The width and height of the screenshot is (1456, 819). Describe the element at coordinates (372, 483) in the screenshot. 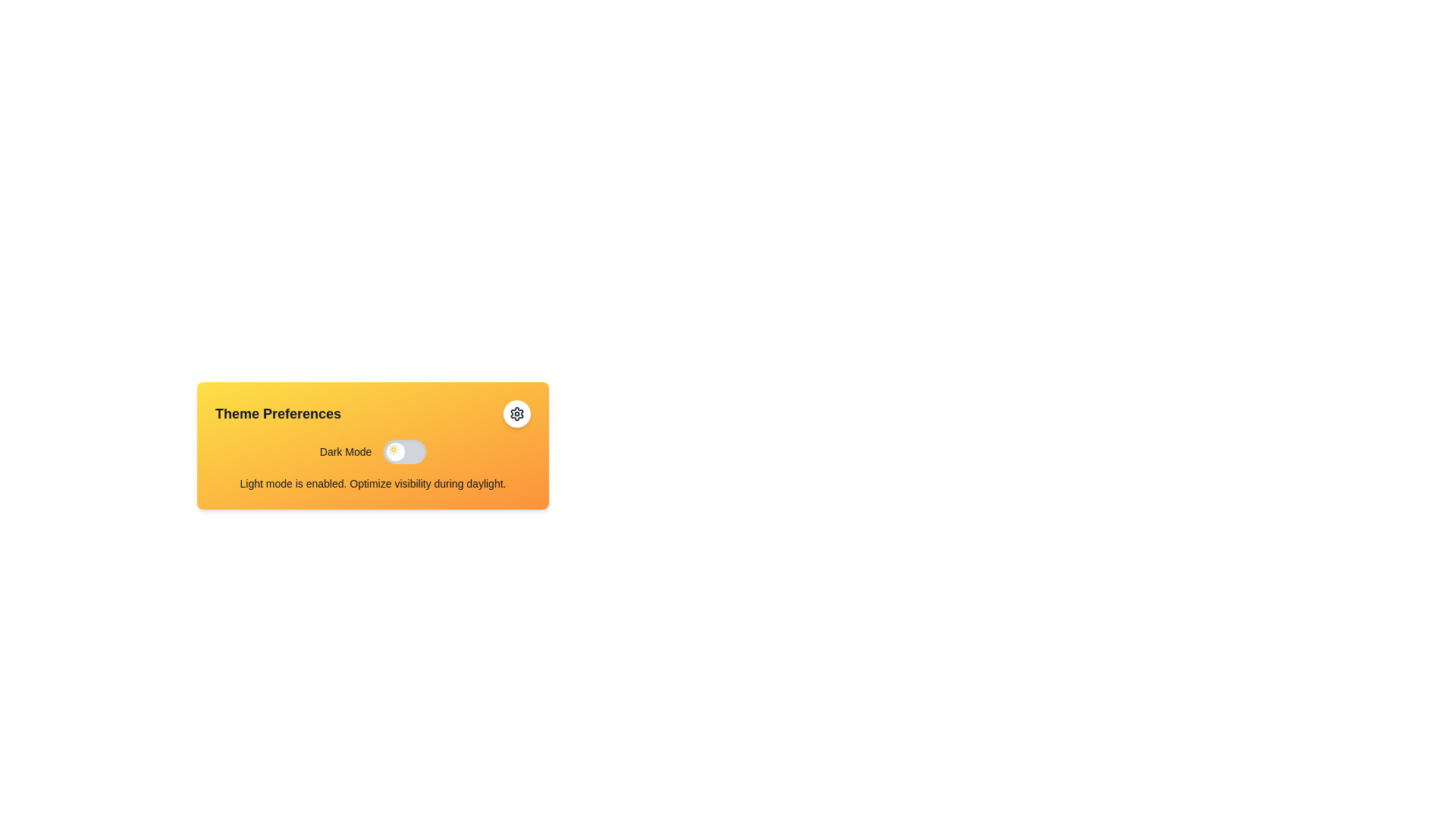

I see `the informational text that states the light mode is currently enabled, located below the 'Dark Mode' toggle switch in the 'Theme Preferences' card` at that location.